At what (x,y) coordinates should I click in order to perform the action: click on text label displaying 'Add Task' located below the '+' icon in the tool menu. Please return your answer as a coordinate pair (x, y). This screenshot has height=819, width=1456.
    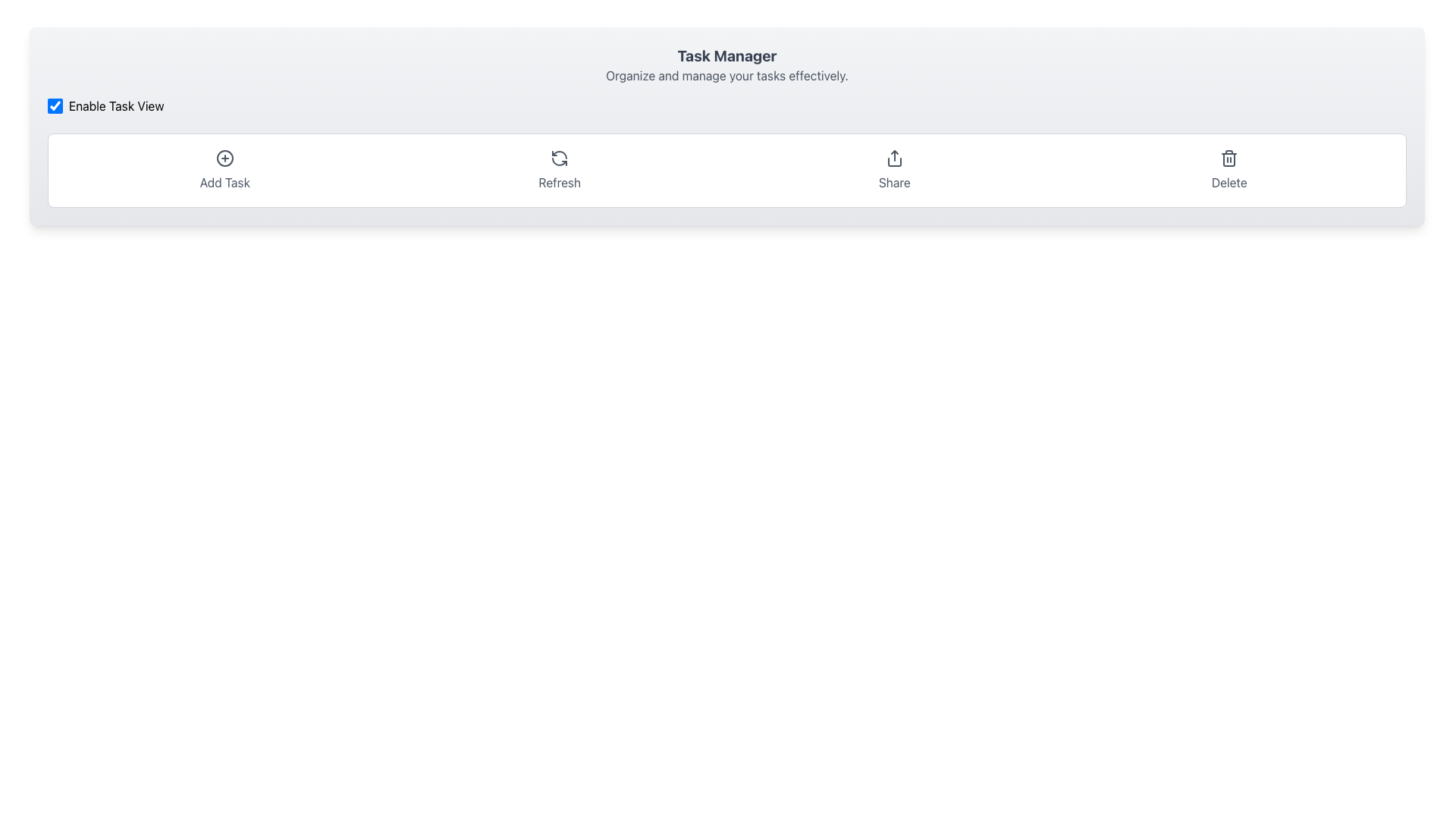
    Looking at the image, I should click on (224, 181).